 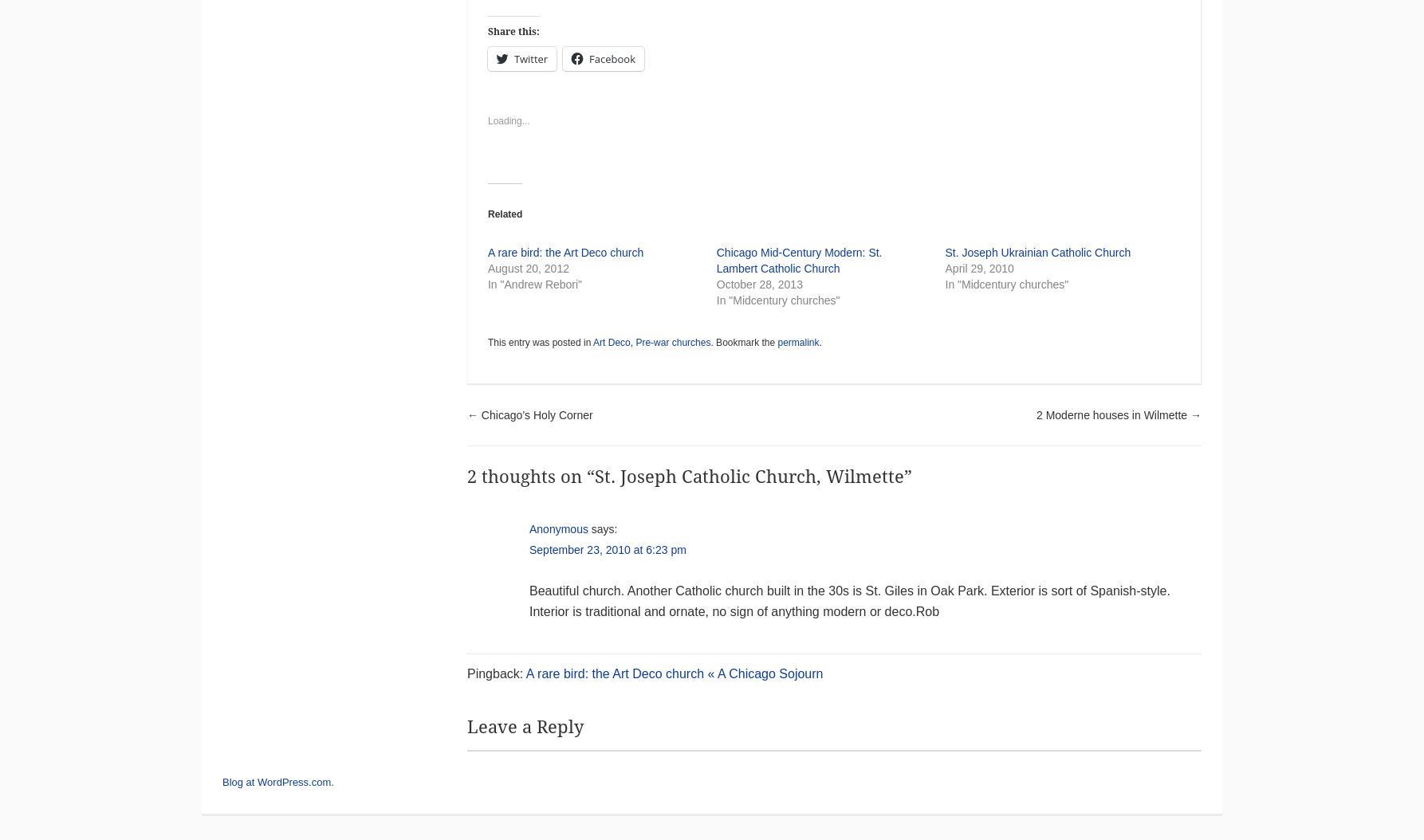 I want to click on 'Leave a Reply', so click(x=524, y=726).